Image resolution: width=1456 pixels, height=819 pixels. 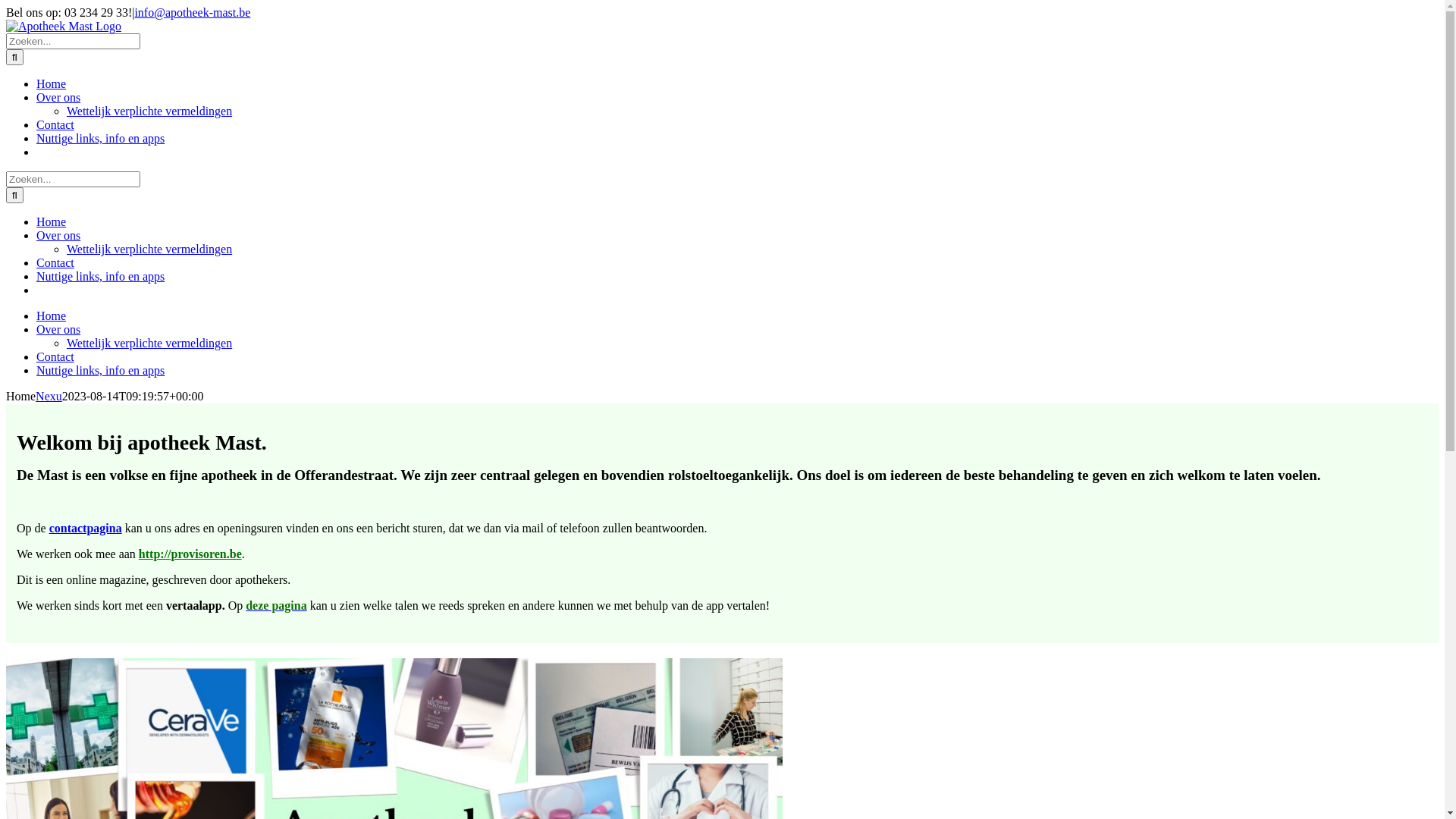 What do you see at coordinates (191, 12) in the screenshot?
I see `'info@apotheek-mast.be'` at bounding box center [191, 12].